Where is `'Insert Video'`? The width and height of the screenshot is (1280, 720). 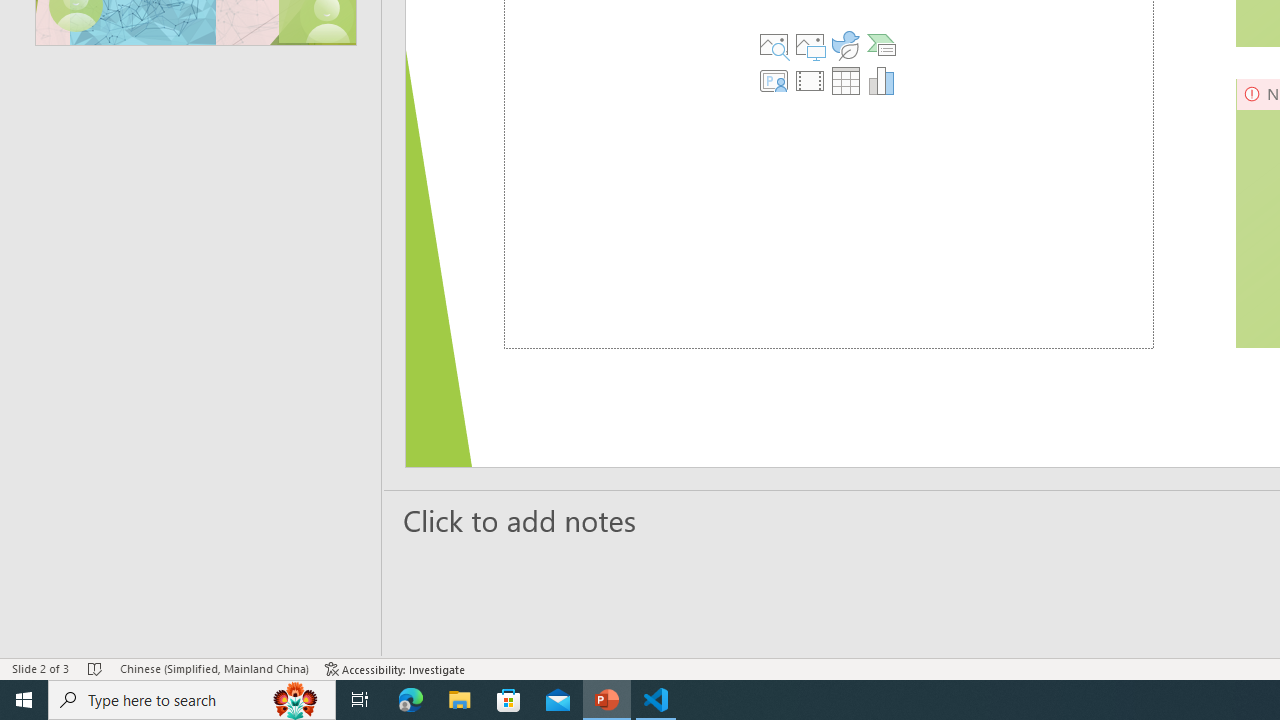
'Insert Video' is located at coordinates (809, 80).